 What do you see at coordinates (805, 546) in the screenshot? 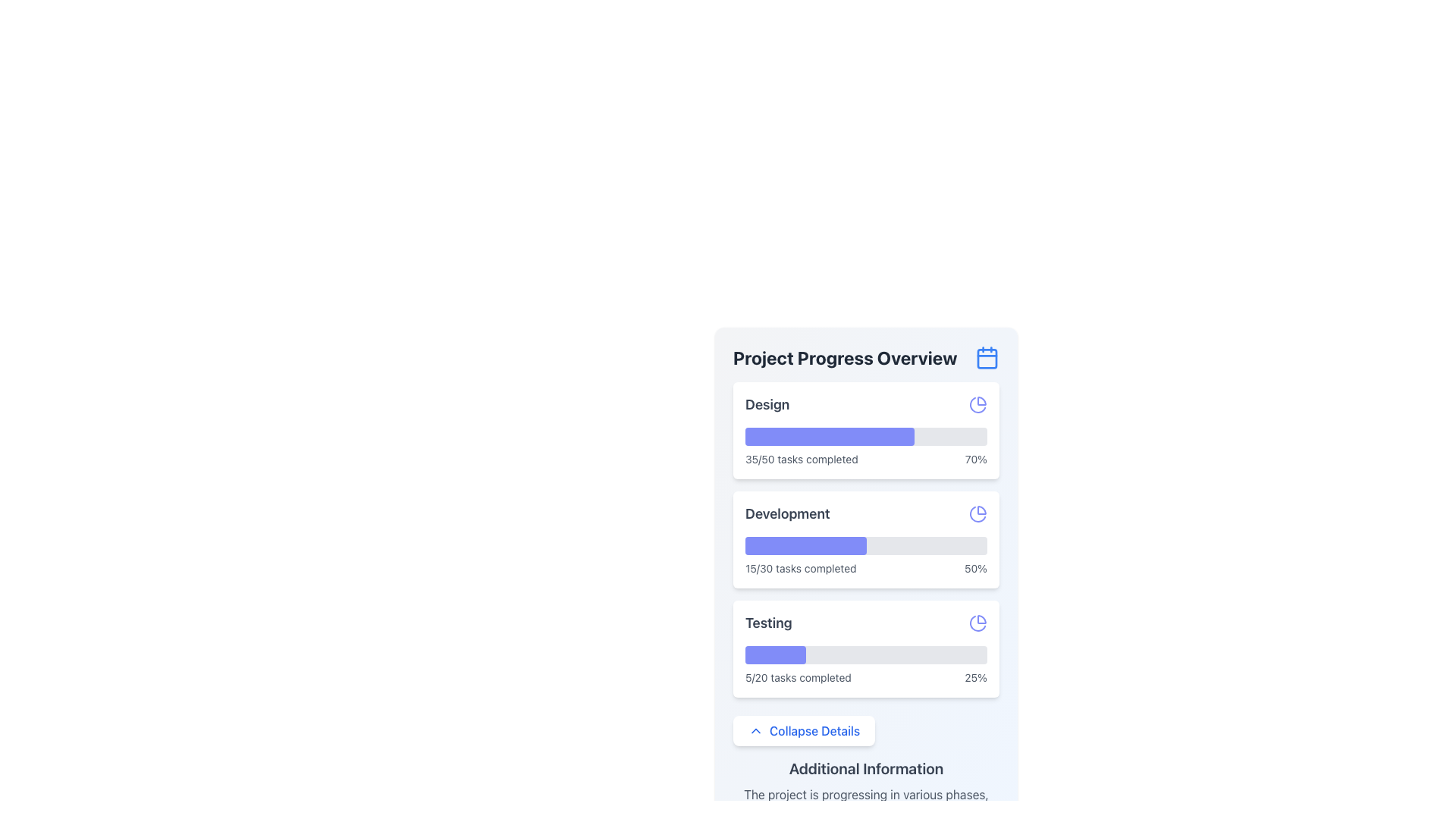
I see `the blue progress bar that is 50% filled within the gray background bar, located in the development progress section` at bounding box center [805, 546].